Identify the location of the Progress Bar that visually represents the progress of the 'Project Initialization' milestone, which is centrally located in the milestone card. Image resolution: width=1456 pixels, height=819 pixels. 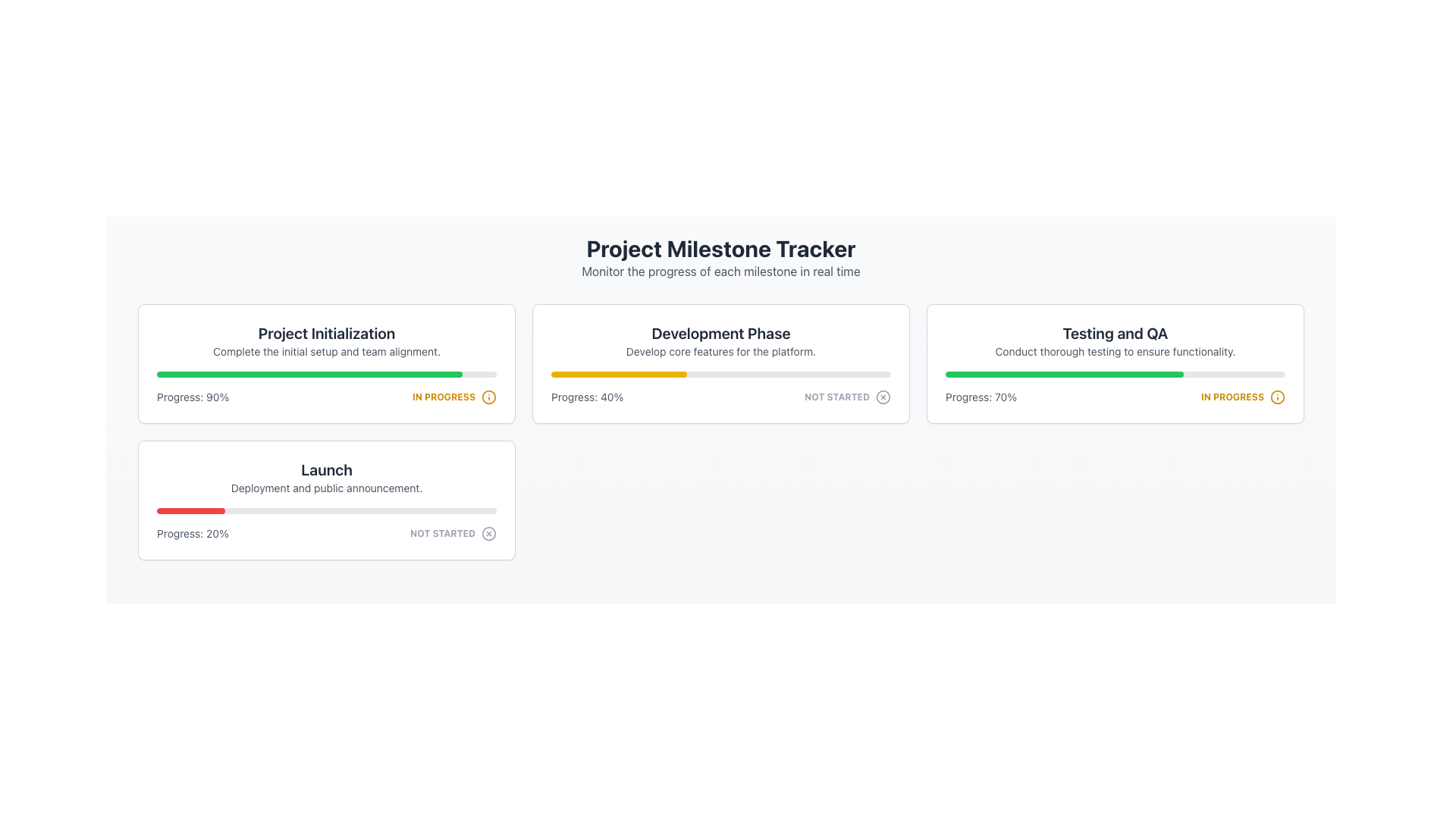
(326, 374).